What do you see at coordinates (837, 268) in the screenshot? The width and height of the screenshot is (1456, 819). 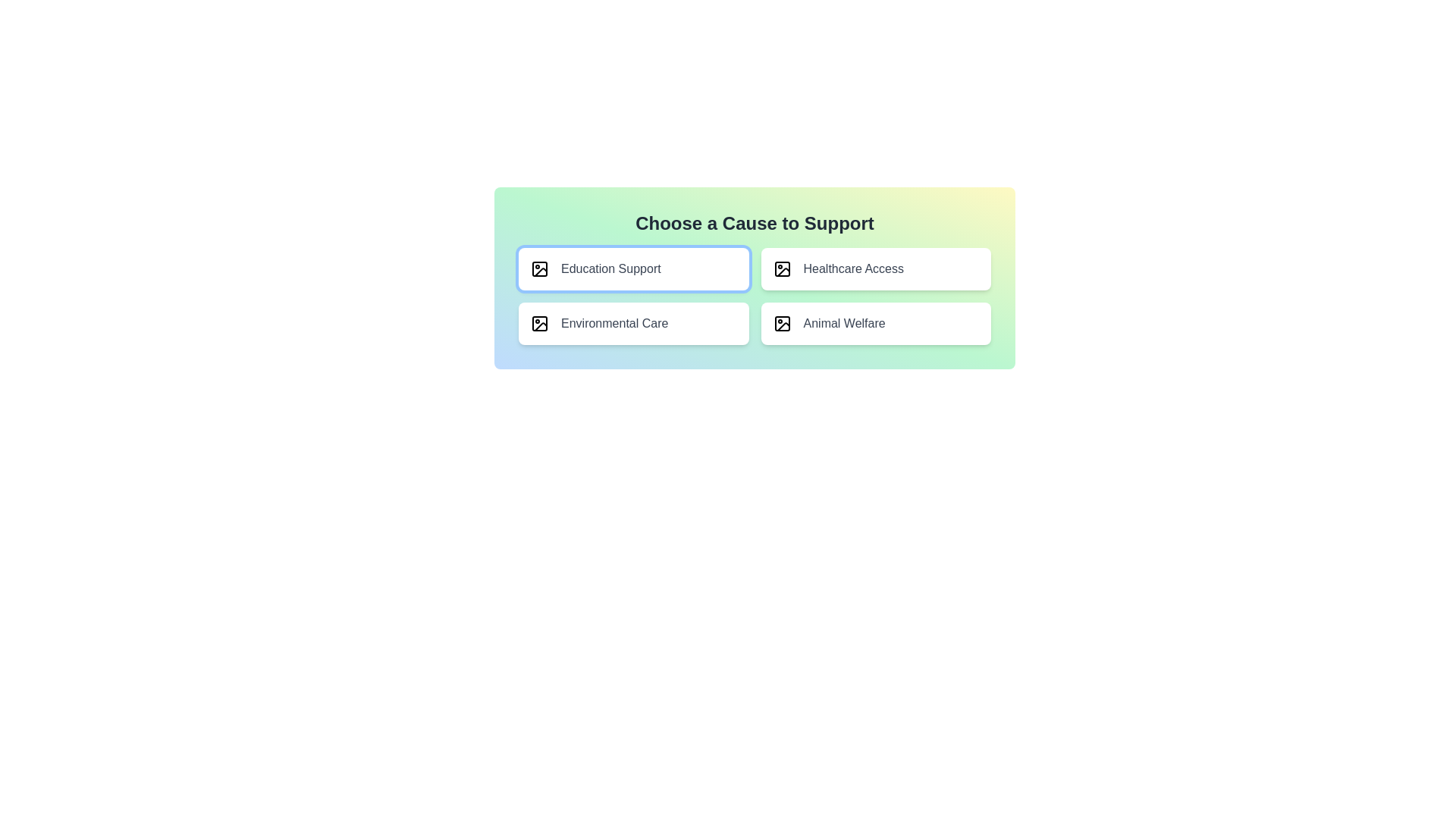 I see `the interactive list item labeled 'Healthcare Access' which is the second option in the top row of a 2x2 clickable grid layout` at bounding box center [837, 268].